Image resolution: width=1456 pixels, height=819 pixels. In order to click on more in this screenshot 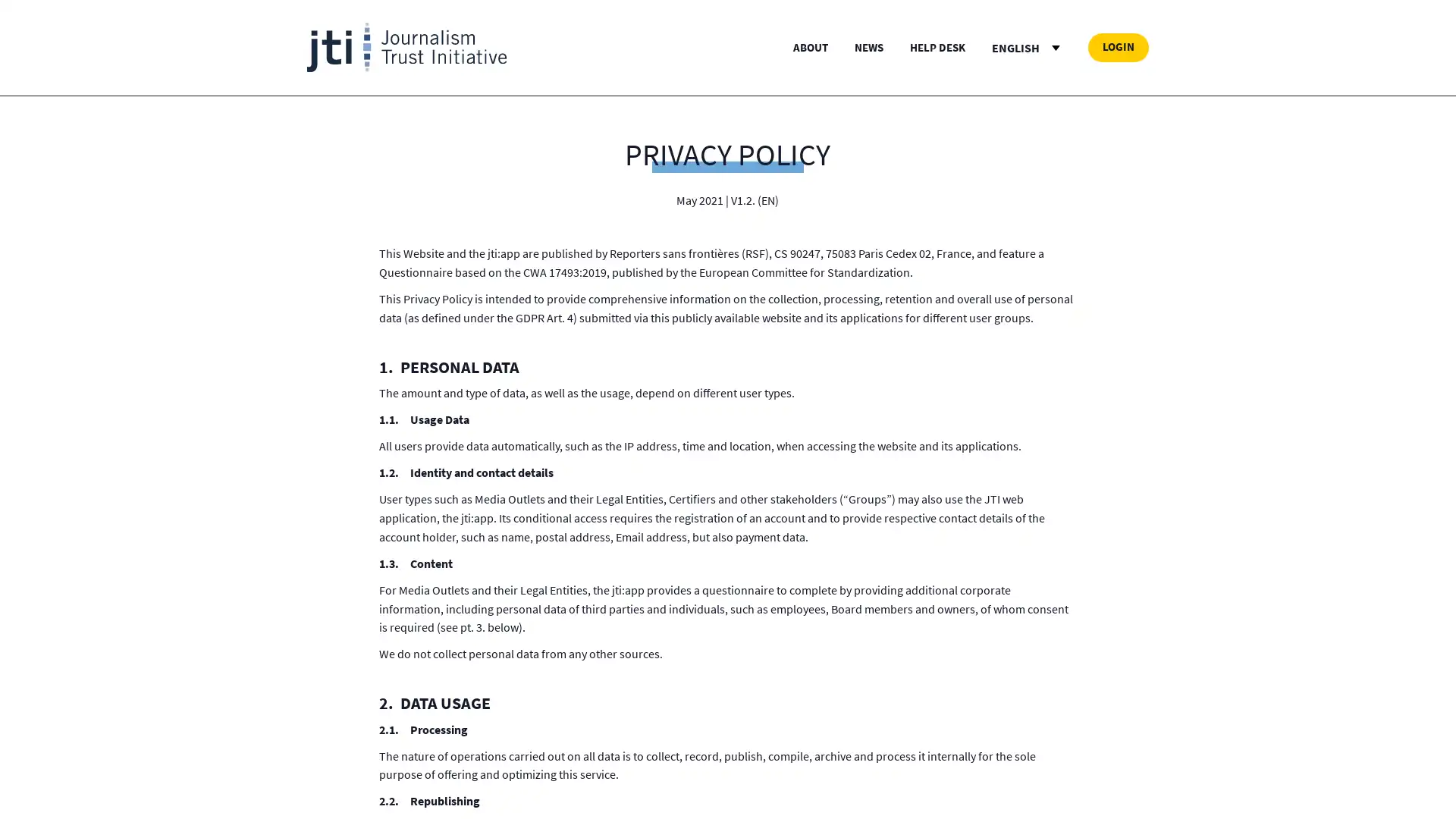, I will do `click(619, 425)`.